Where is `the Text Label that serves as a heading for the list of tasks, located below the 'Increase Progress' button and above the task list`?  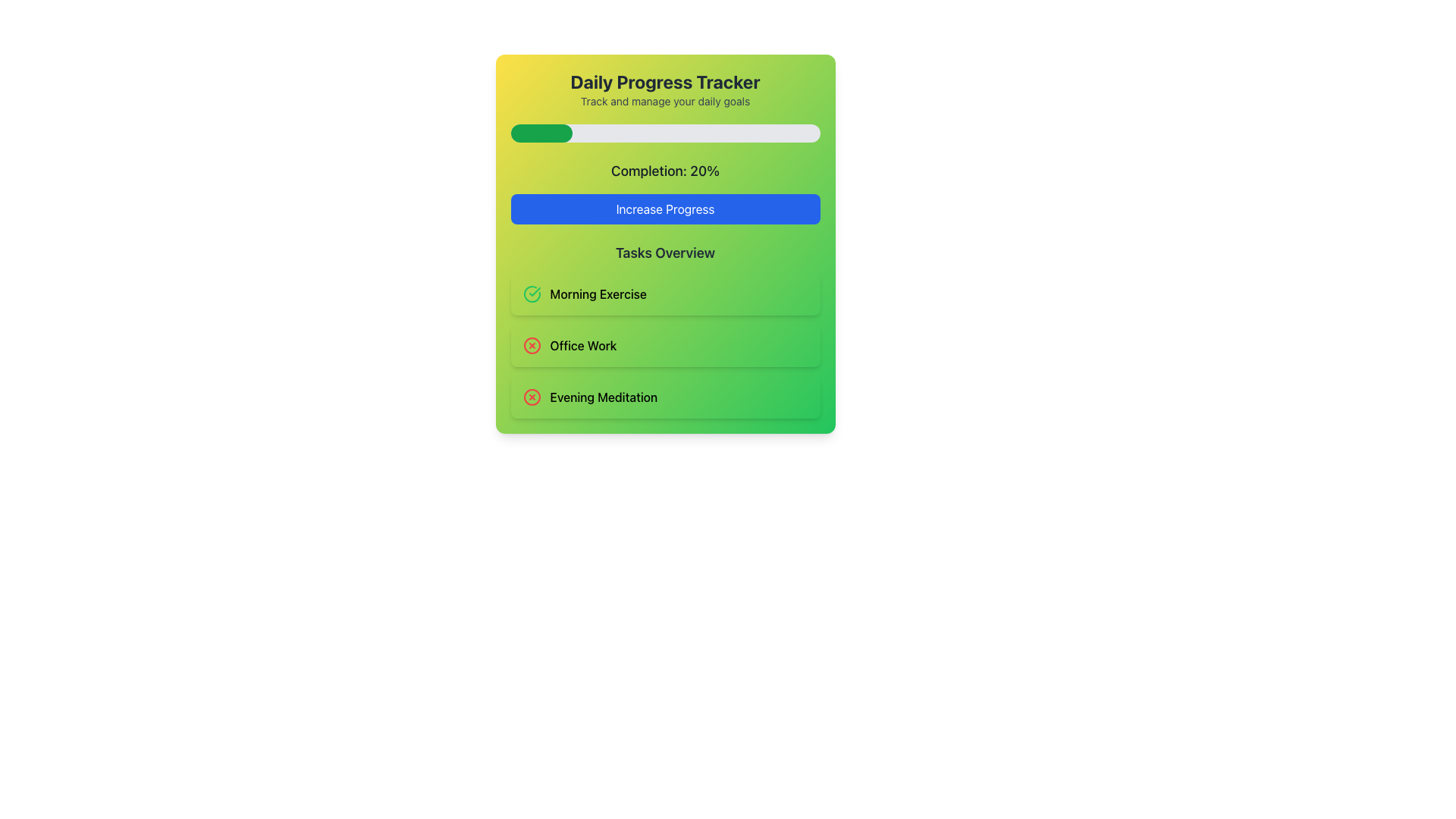 the Text Label that serves as a heading for the list of tasks, located below the 'Increase Progress' button and above the task list is located at coordinates (665, 253).